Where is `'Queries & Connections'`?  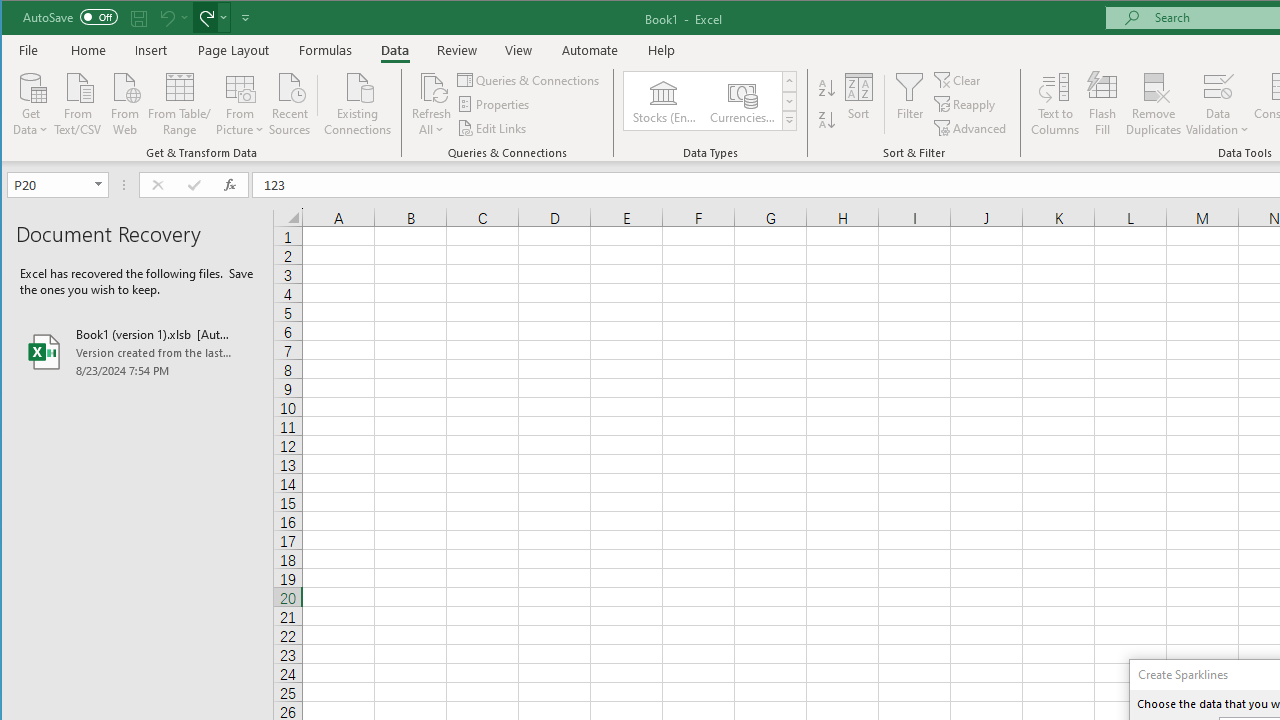 'Queries & Connections' is located at coordinates (529, 79).